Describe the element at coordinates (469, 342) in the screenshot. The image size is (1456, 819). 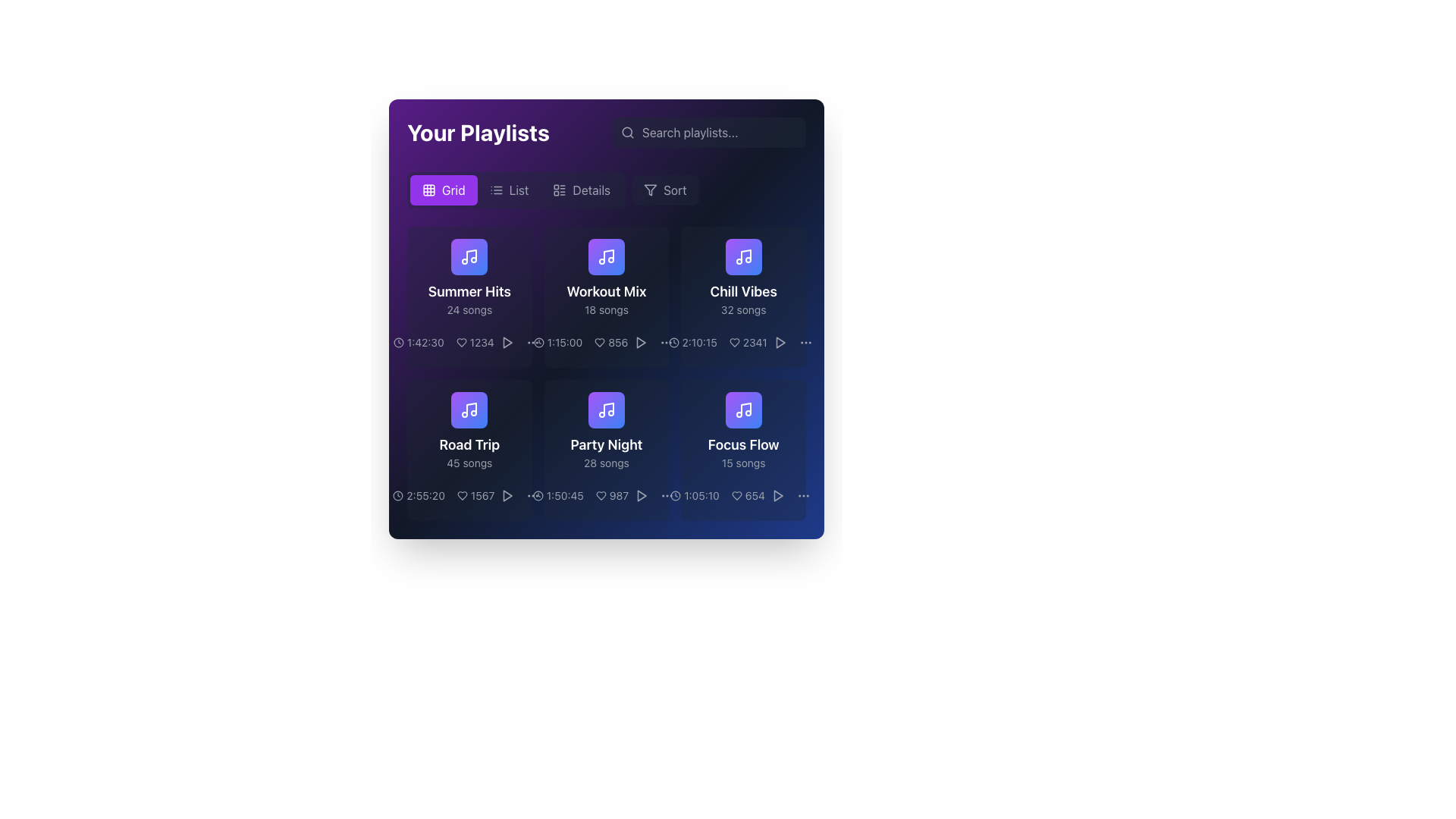
I see `the likes icon or text area within the 'Summer Hits' playlist card, which indicates the popularity of the playlist` at that location.